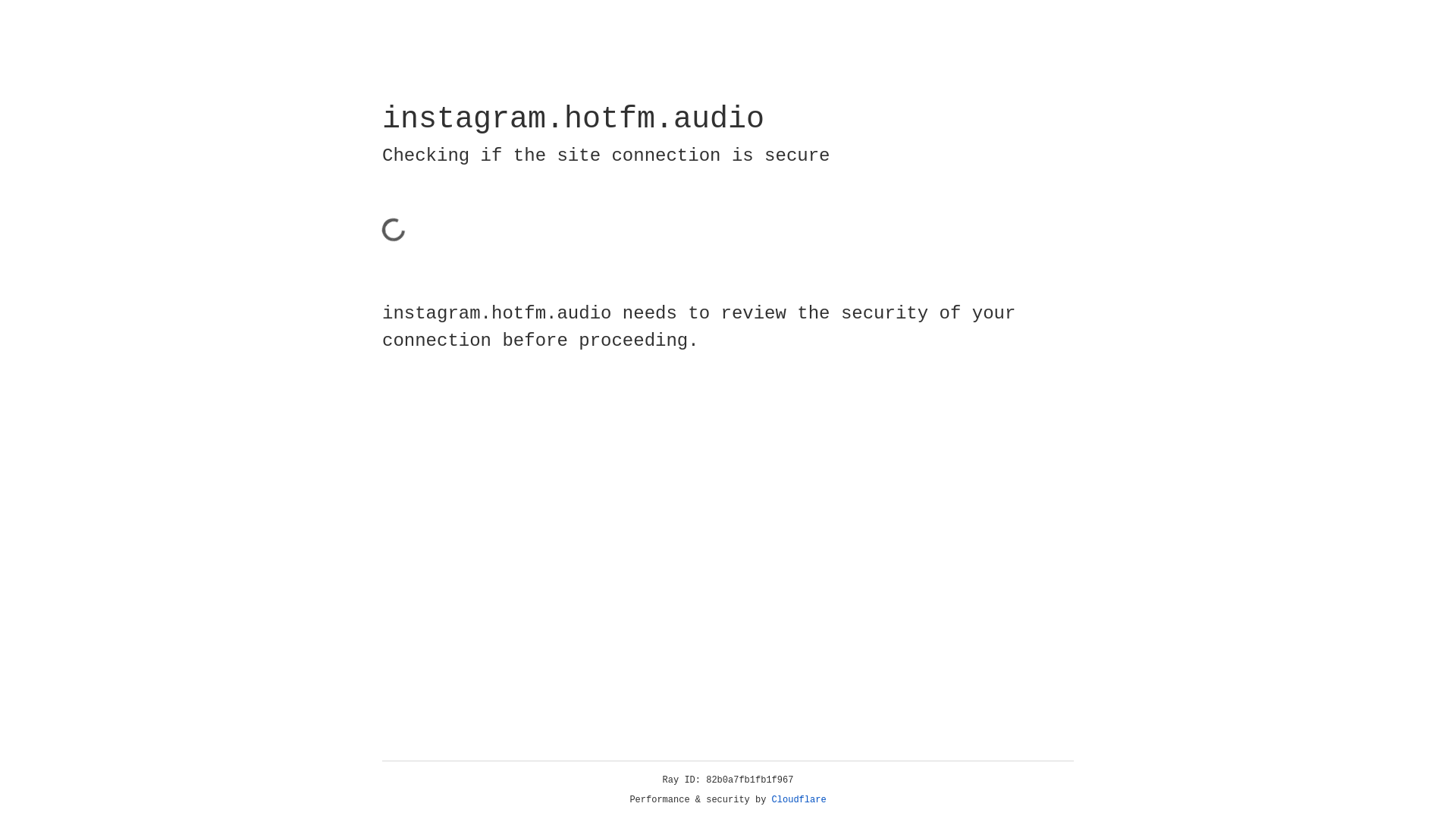 Image resolution: width=1456 pixels, height=819 pixels. What do you see at coordinates (799, 799) in the screenshot?
I see `'Cloudflare'` at bounding box center [799, 799].